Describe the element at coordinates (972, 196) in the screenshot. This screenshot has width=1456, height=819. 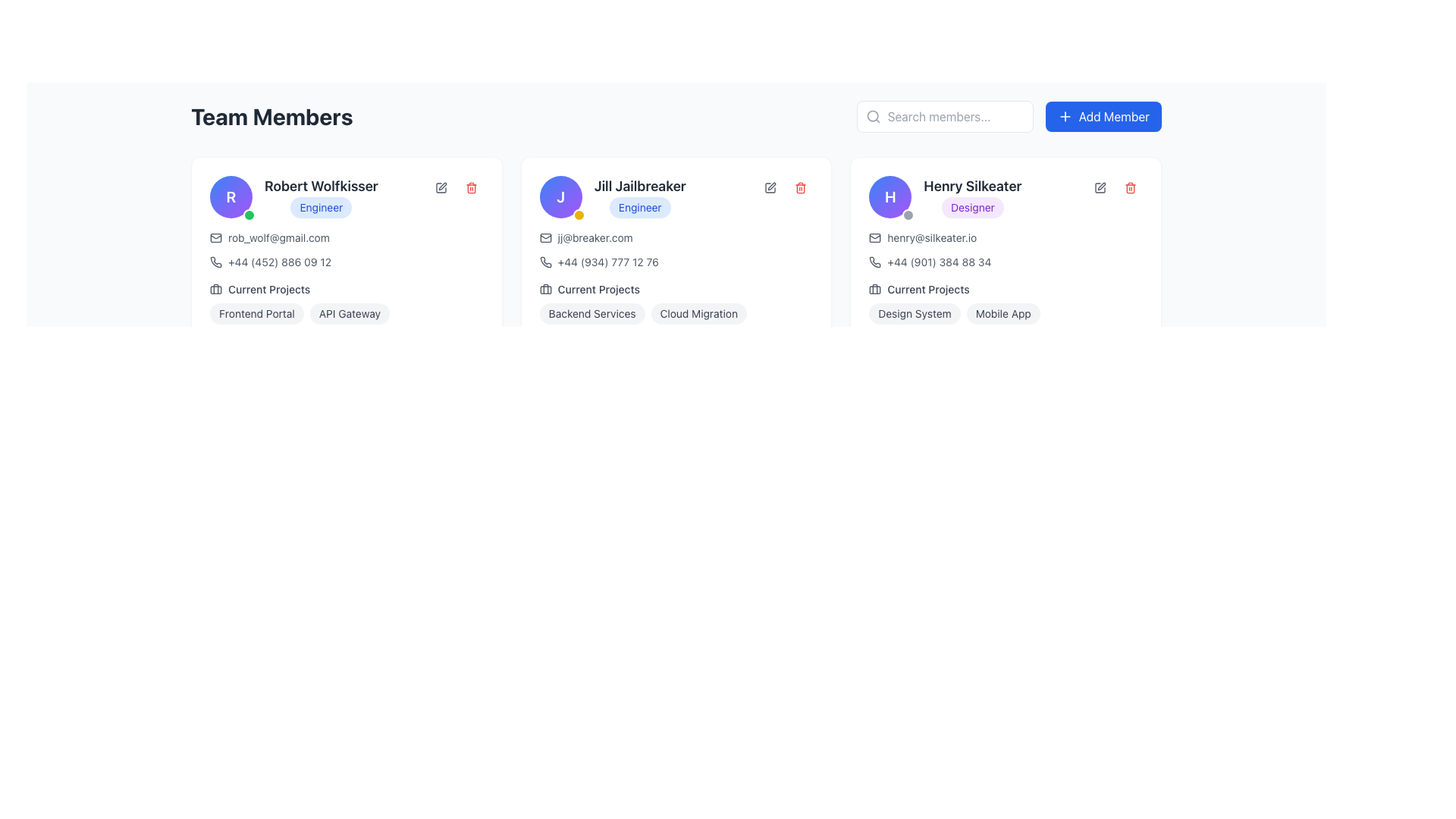
I see `the text and label combination displaying 'Henry Silkeater' styled in bold, large, gray text followed by the label 'Designer' on a purple background to use it as a reference for identifying related elements` at that location.